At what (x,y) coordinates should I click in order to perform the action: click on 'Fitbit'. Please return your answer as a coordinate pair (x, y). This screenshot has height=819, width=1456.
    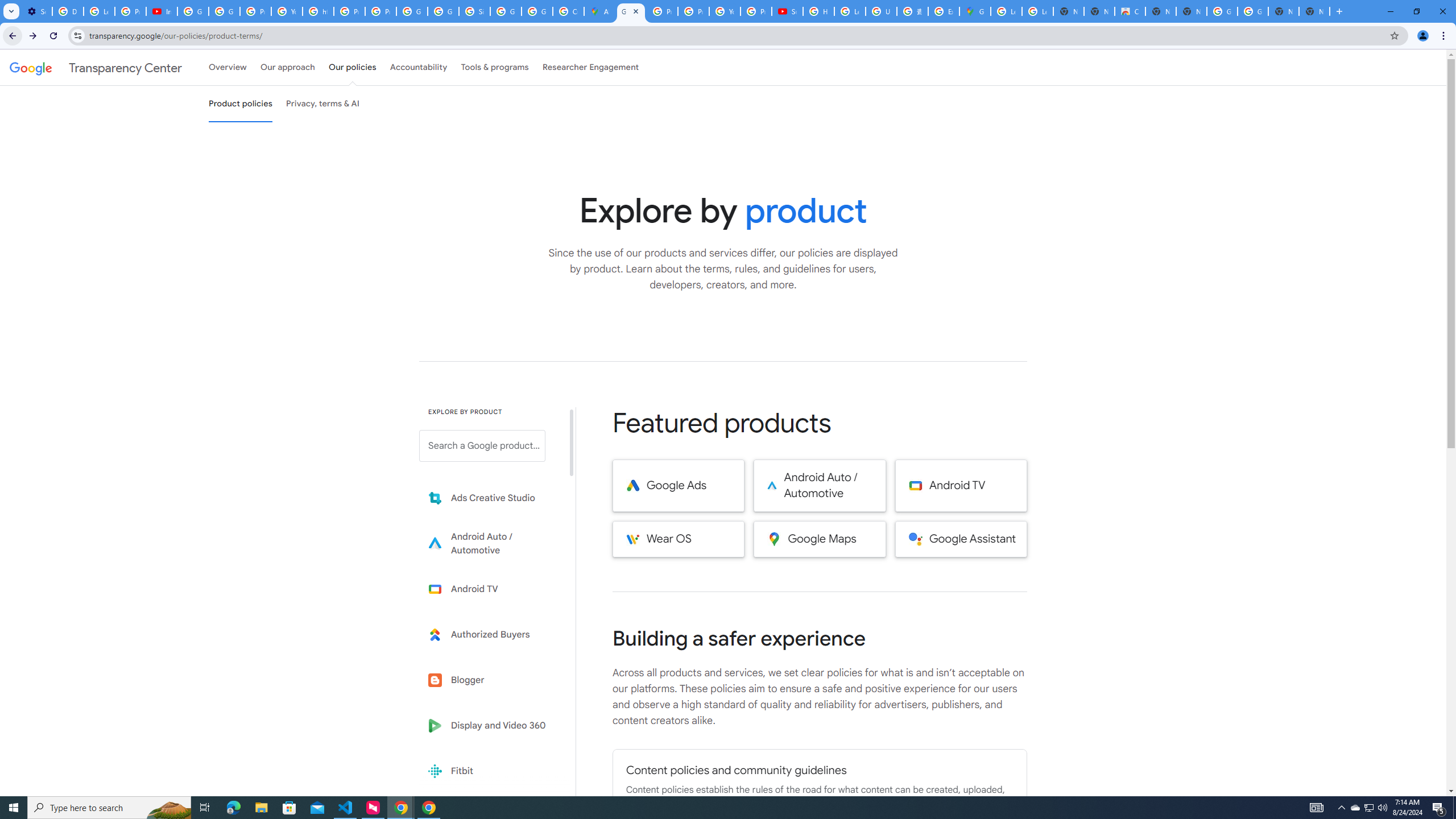
    Looking at the image, I should click on (490, 771).